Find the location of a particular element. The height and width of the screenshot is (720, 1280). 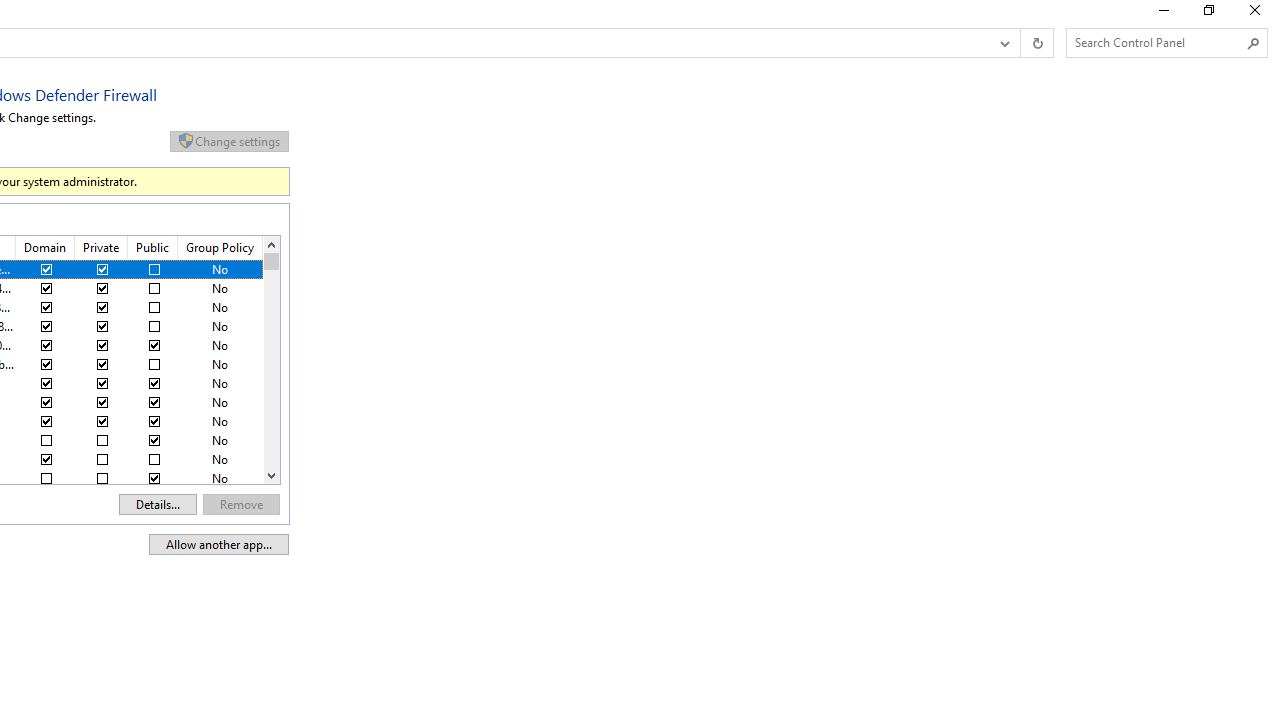

'Restore' is located at coordinates (1207, 15).